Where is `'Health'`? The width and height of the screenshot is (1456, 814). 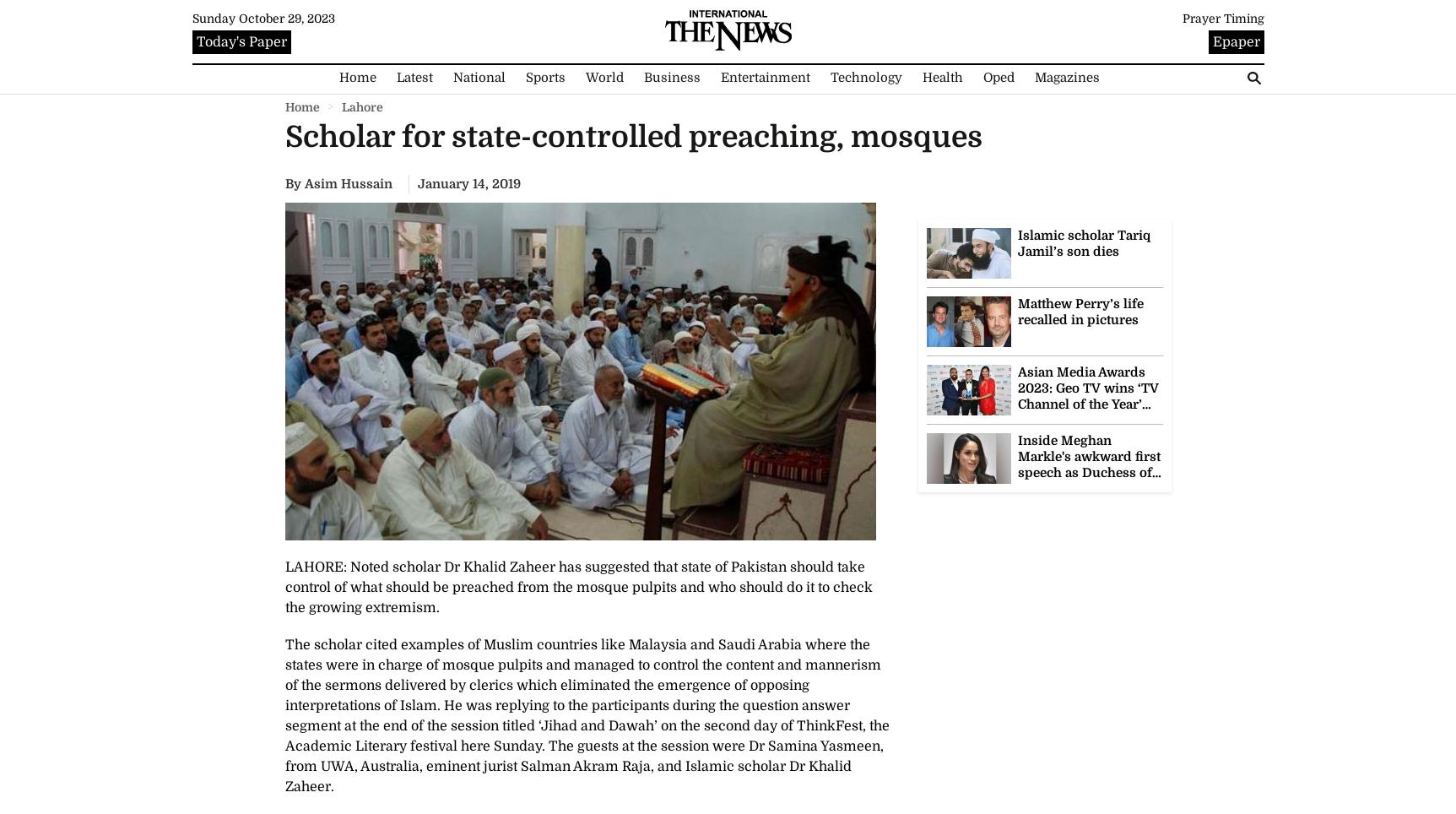
'Health' is located at coordinates (921, 76).